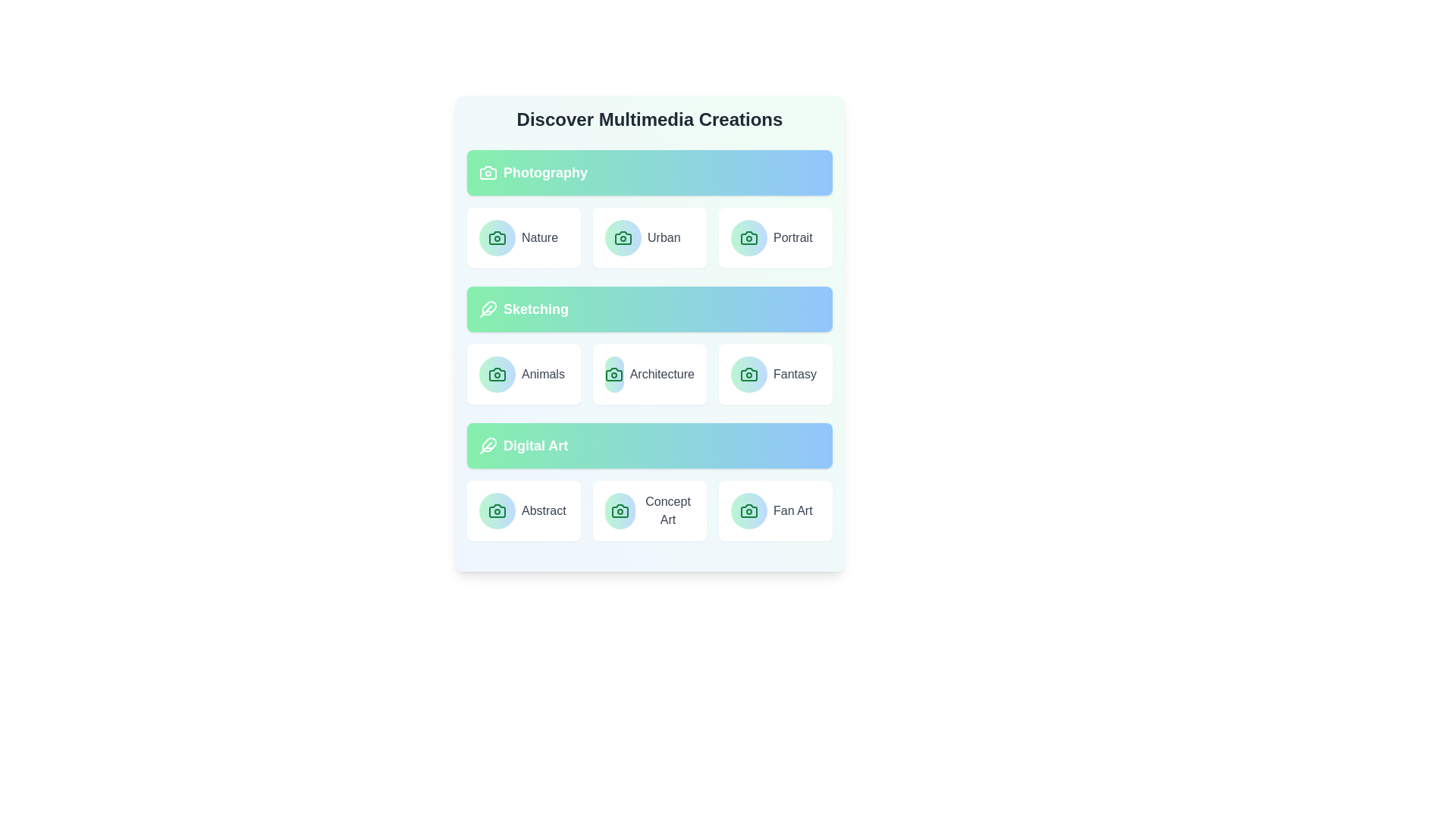 The height and width of the screenshot is (819, 1456). Describe the element at coordinates (524, 511) in the screenshot. I see `the item Abstract within the category Digital Art` at that location.